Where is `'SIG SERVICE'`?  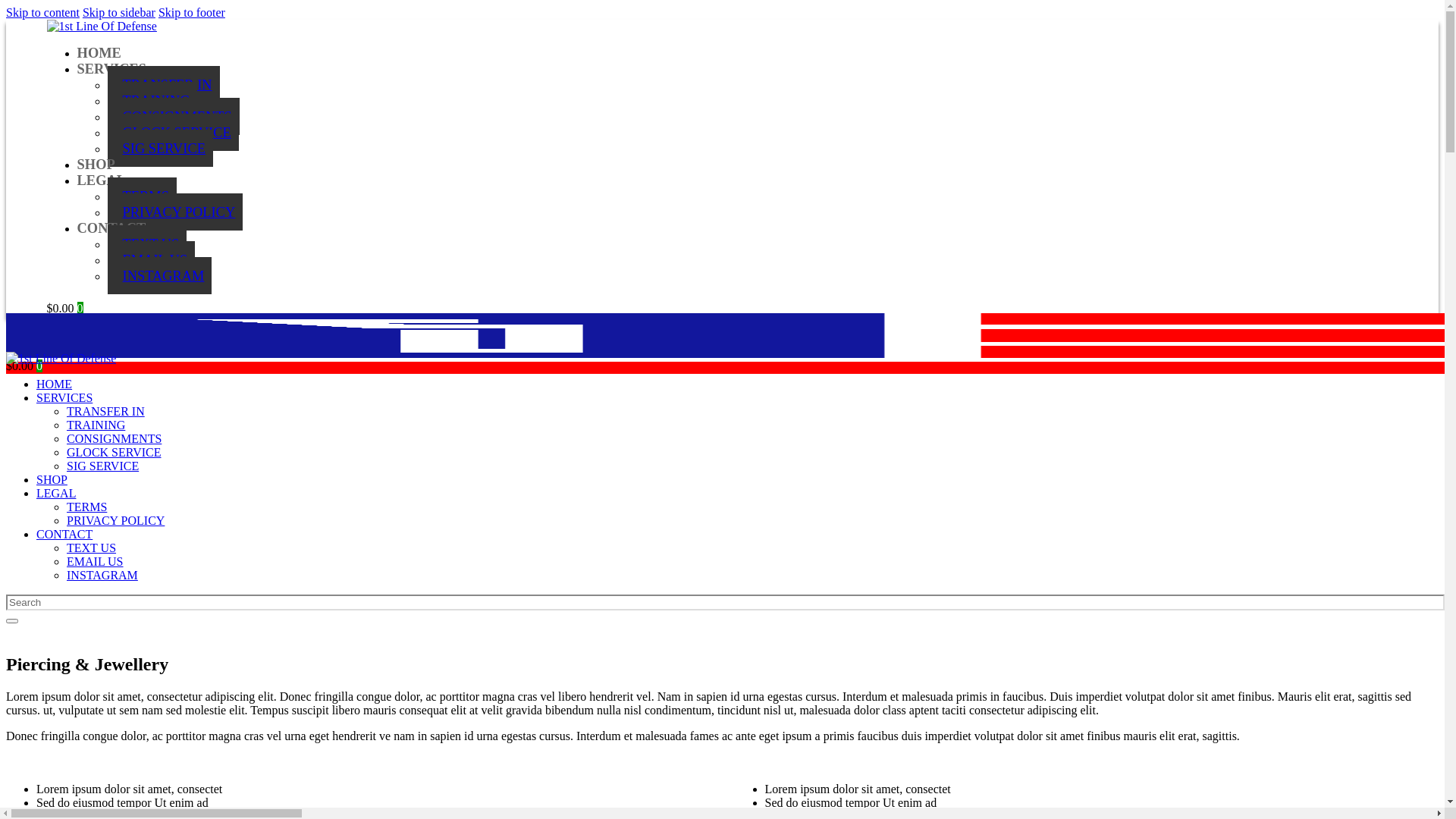
'SIG SERVICE' is located at coordinates (102, 465).